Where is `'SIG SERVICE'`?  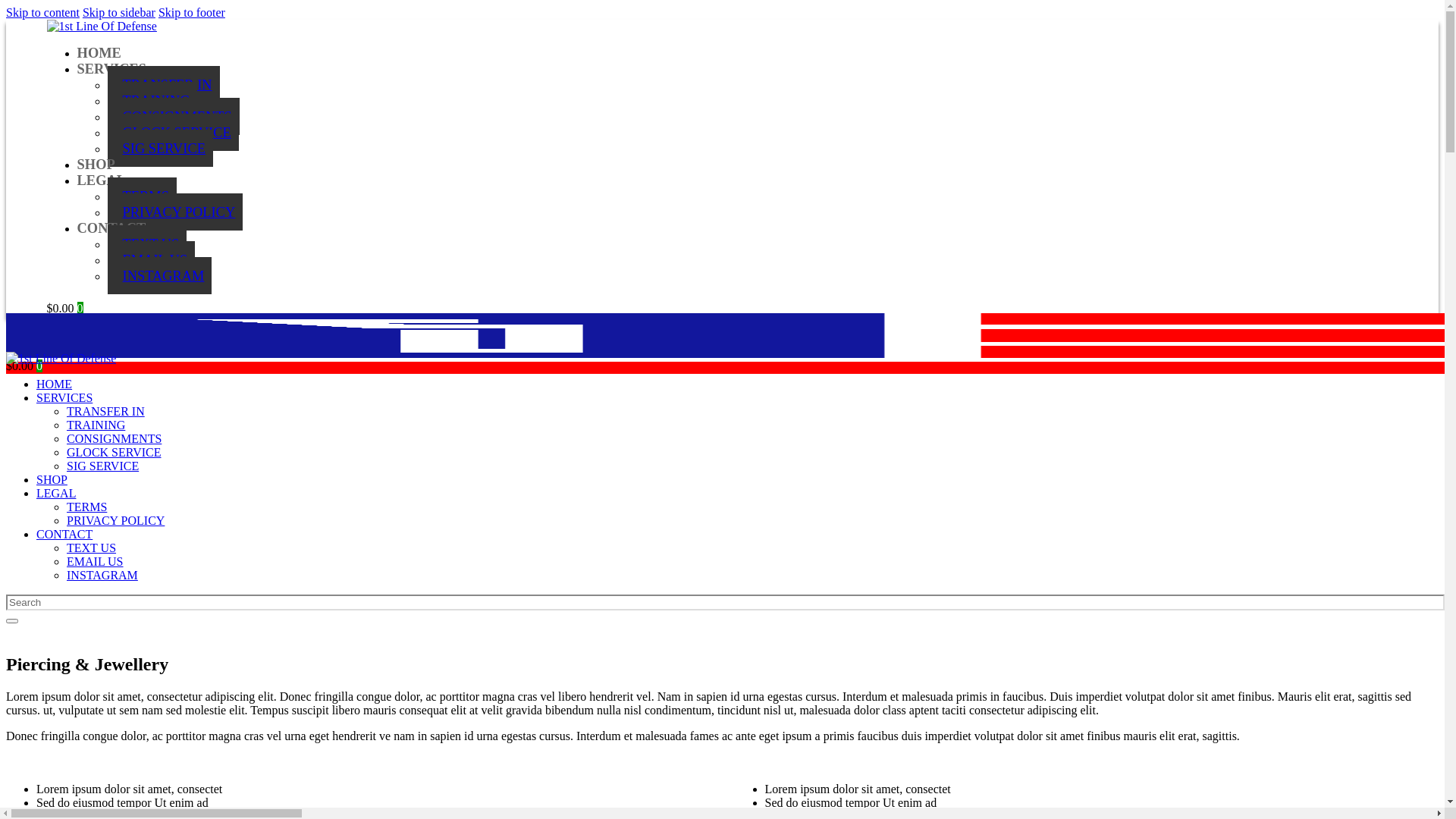
'SIG SERVICE' is located at coordinates (102, 465).